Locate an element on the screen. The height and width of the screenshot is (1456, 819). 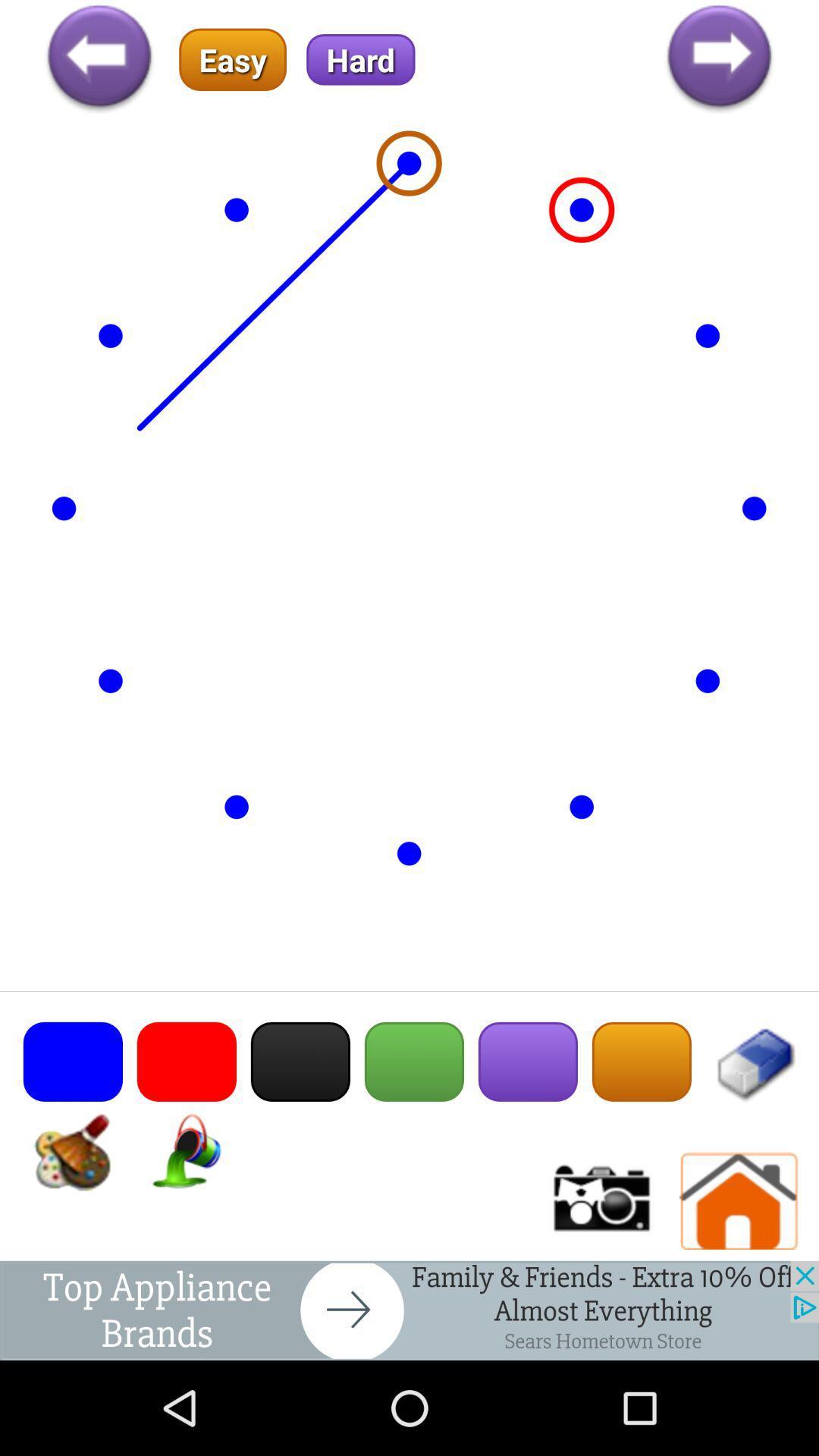
the photo icon is located at coordinates (599, 1285).